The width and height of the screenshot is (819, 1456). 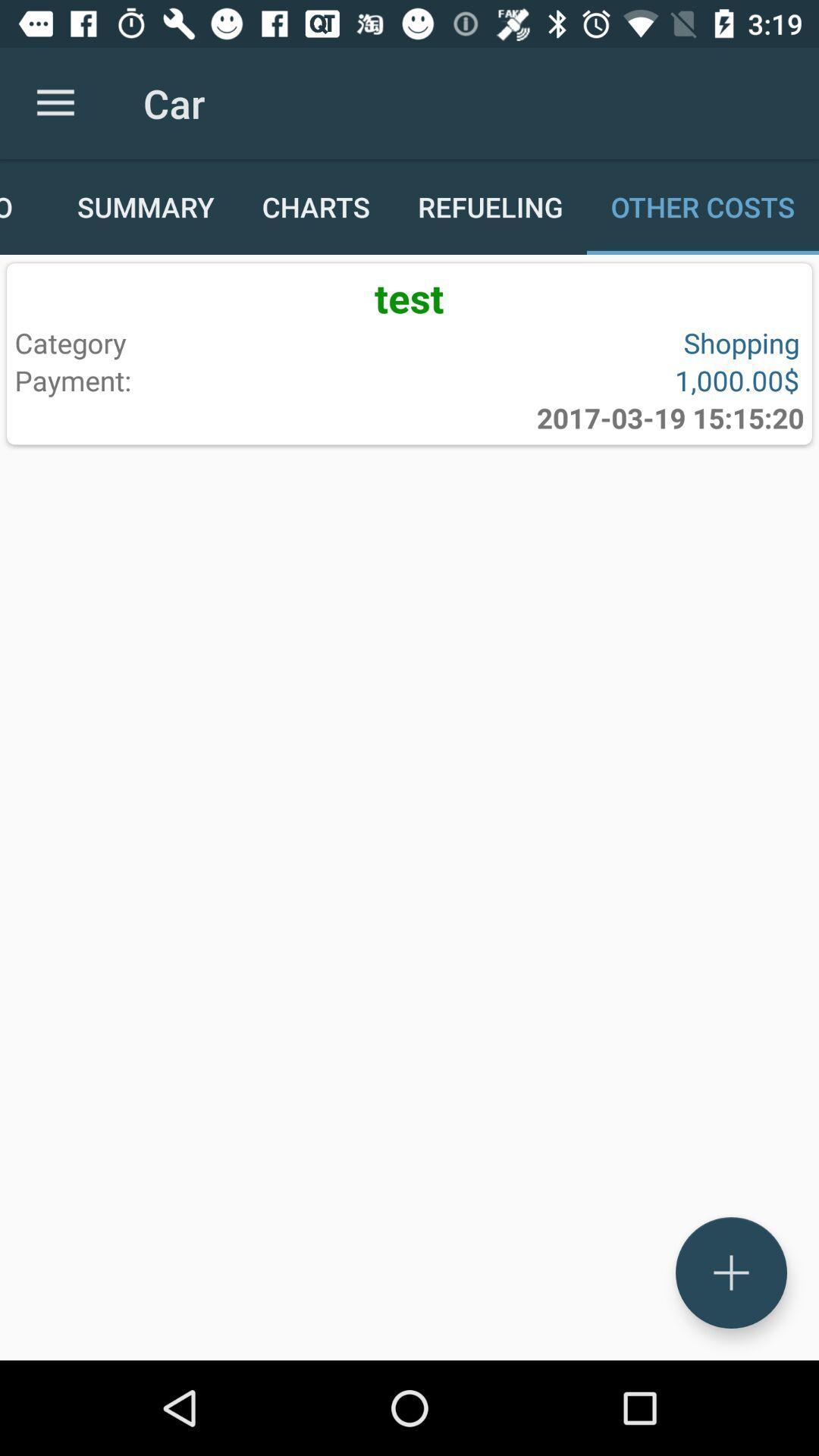 What do you see at coordinates (670, 418) in the screenshot?
I see `icon next to payment: icon` at bounding box center [670, 418].